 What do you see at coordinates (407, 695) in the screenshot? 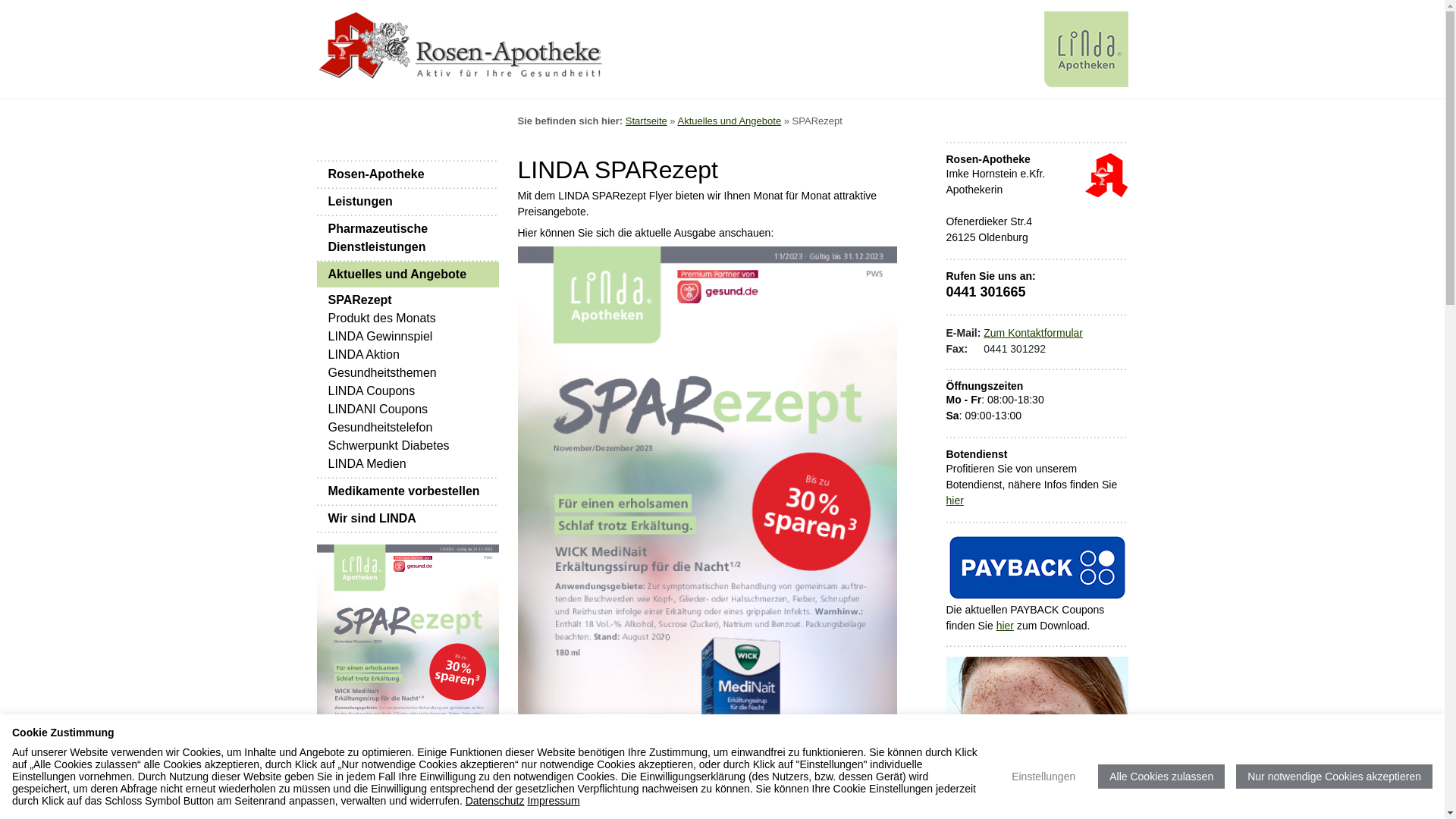
I see `'SPARezept'` at bounding box center [407, 695].